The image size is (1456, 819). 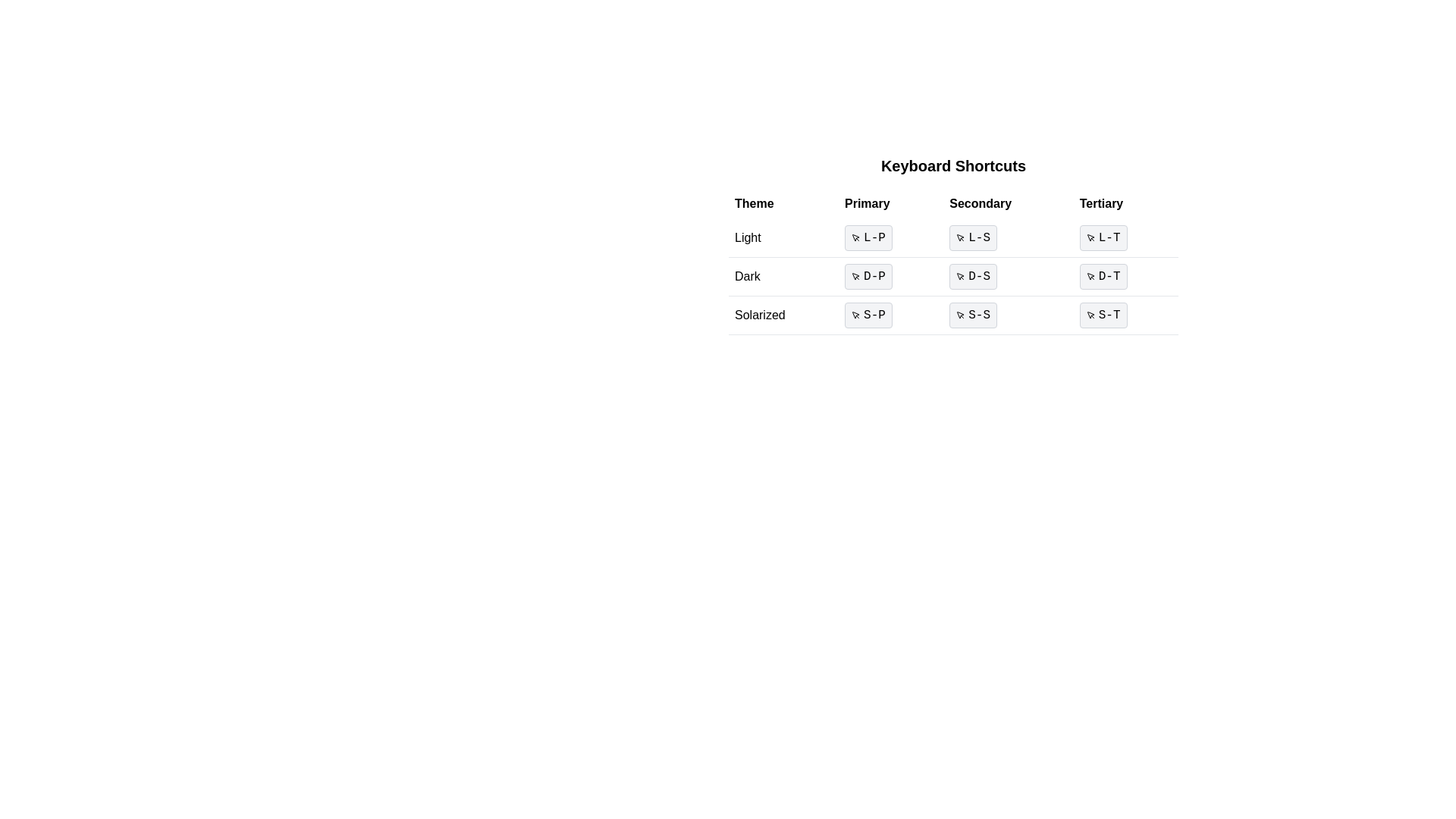 I want to click on the text label displaying 'S-P' located in the 'Solarized' row under the 'Primary' column, so click(x=874, y=315).